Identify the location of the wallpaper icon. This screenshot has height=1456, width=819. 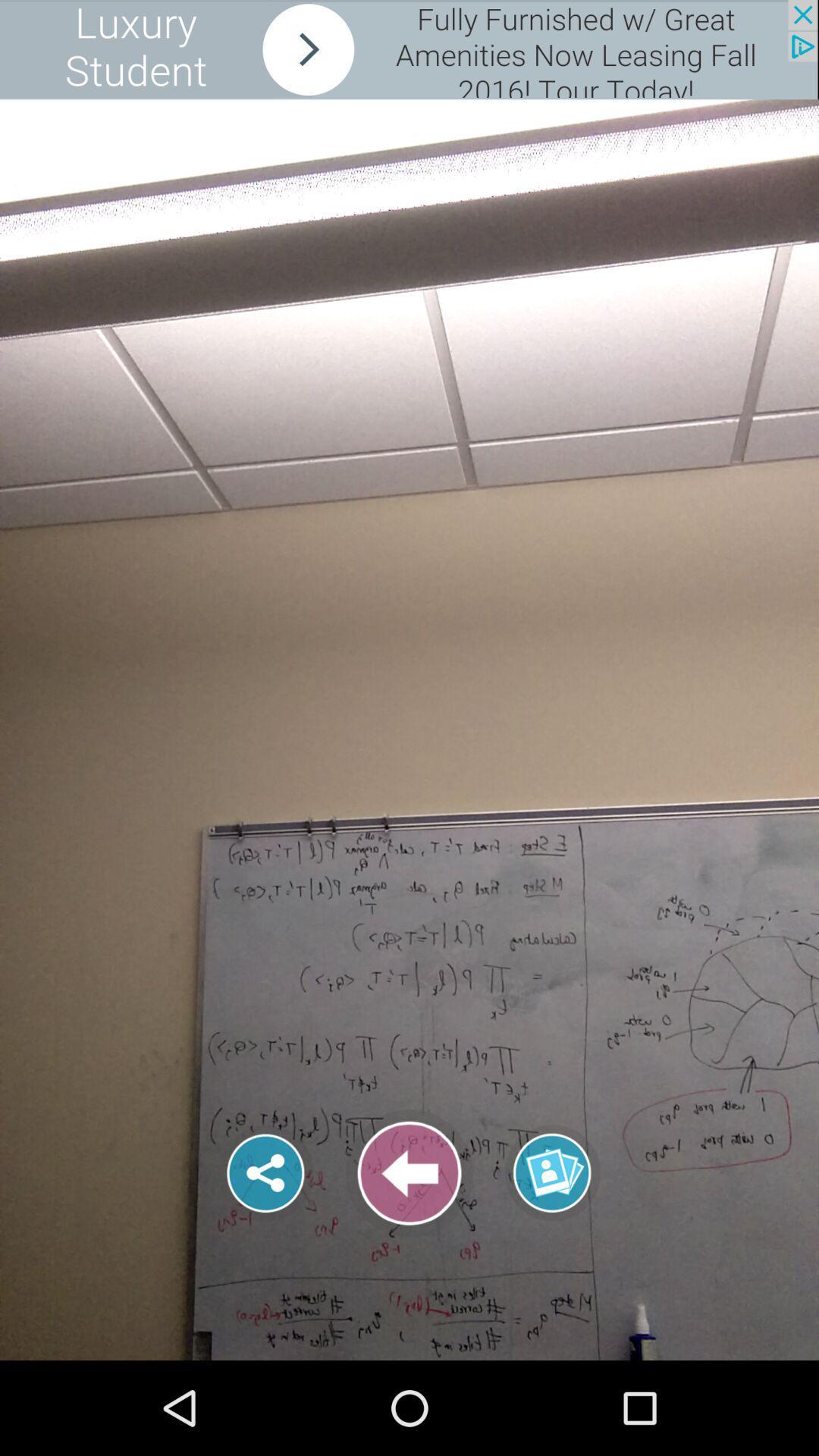
(553, 1159).